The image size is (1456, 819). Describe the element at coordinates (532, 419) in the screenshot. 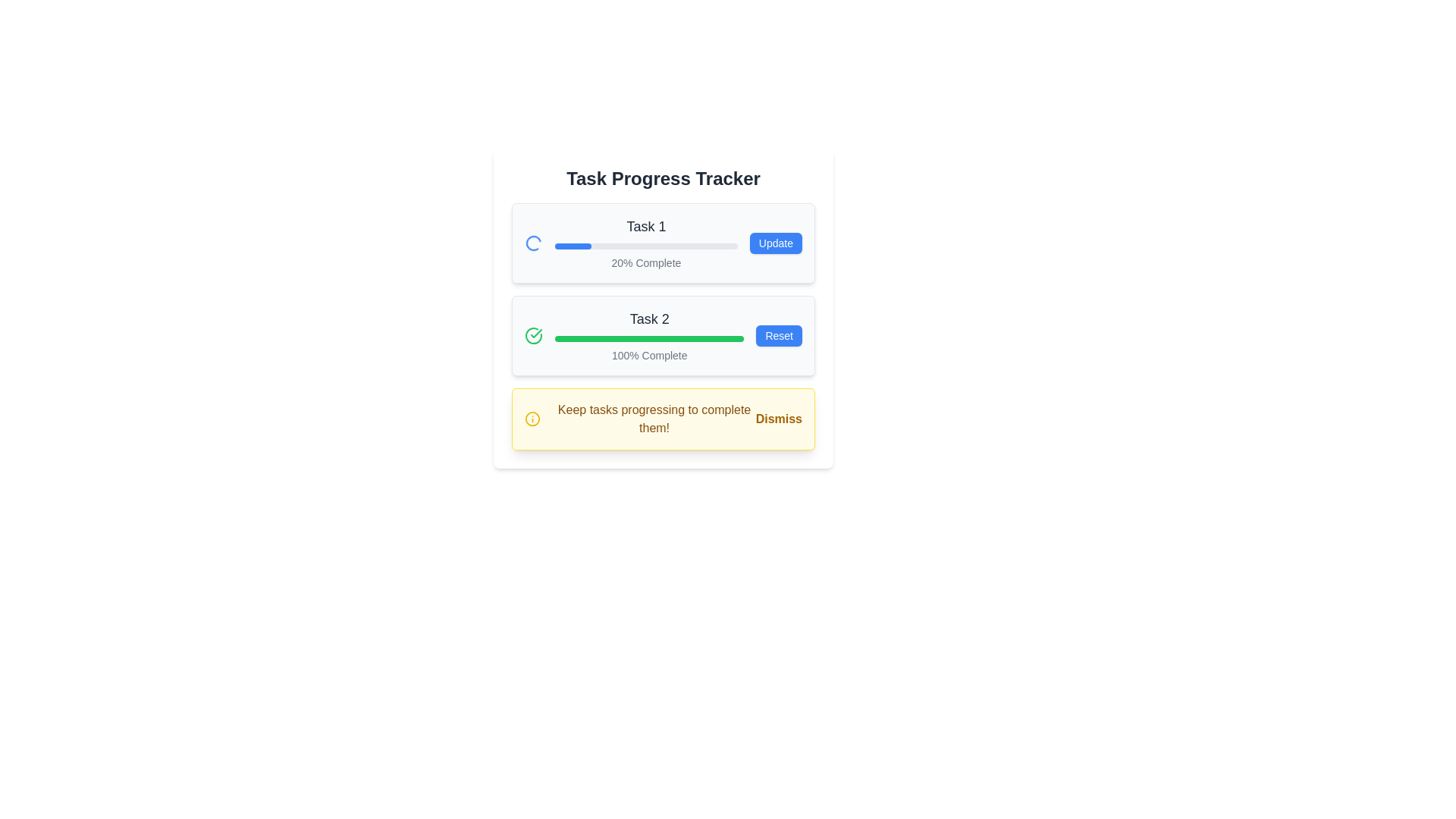

I see `the Icon (circle with additional decorations) located in the notification section of the 'Task Progress Tracker' interface, next to the 'Dismiss' button` at that location.